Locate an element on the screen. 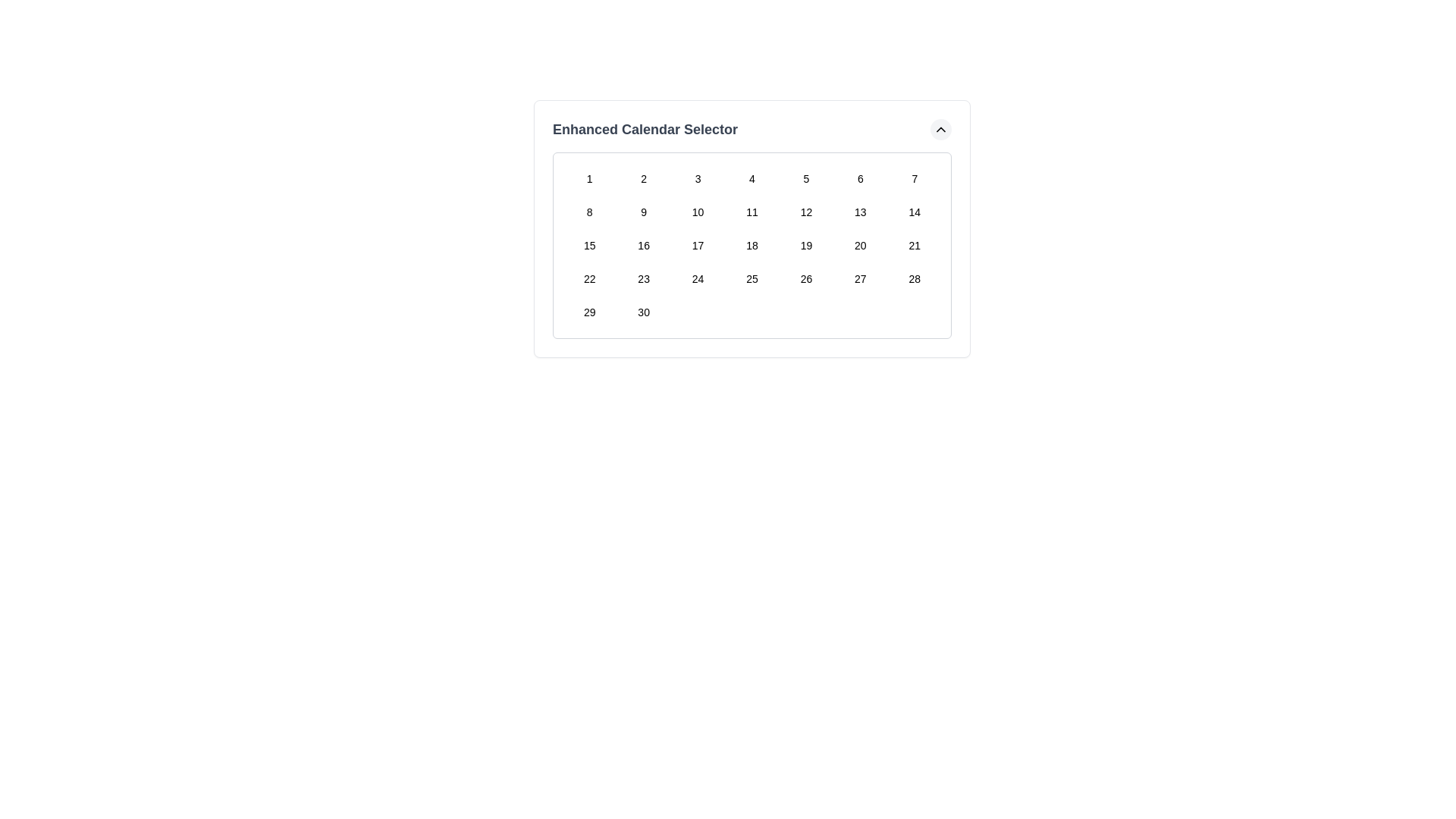 The height and width of the screenshot is (819, 1456). the calendar day cell button labeled '9' in the Enhanced Calendar Selector, which is located in the second row and second column of the calendar layout is located at coordinates (644, 212).